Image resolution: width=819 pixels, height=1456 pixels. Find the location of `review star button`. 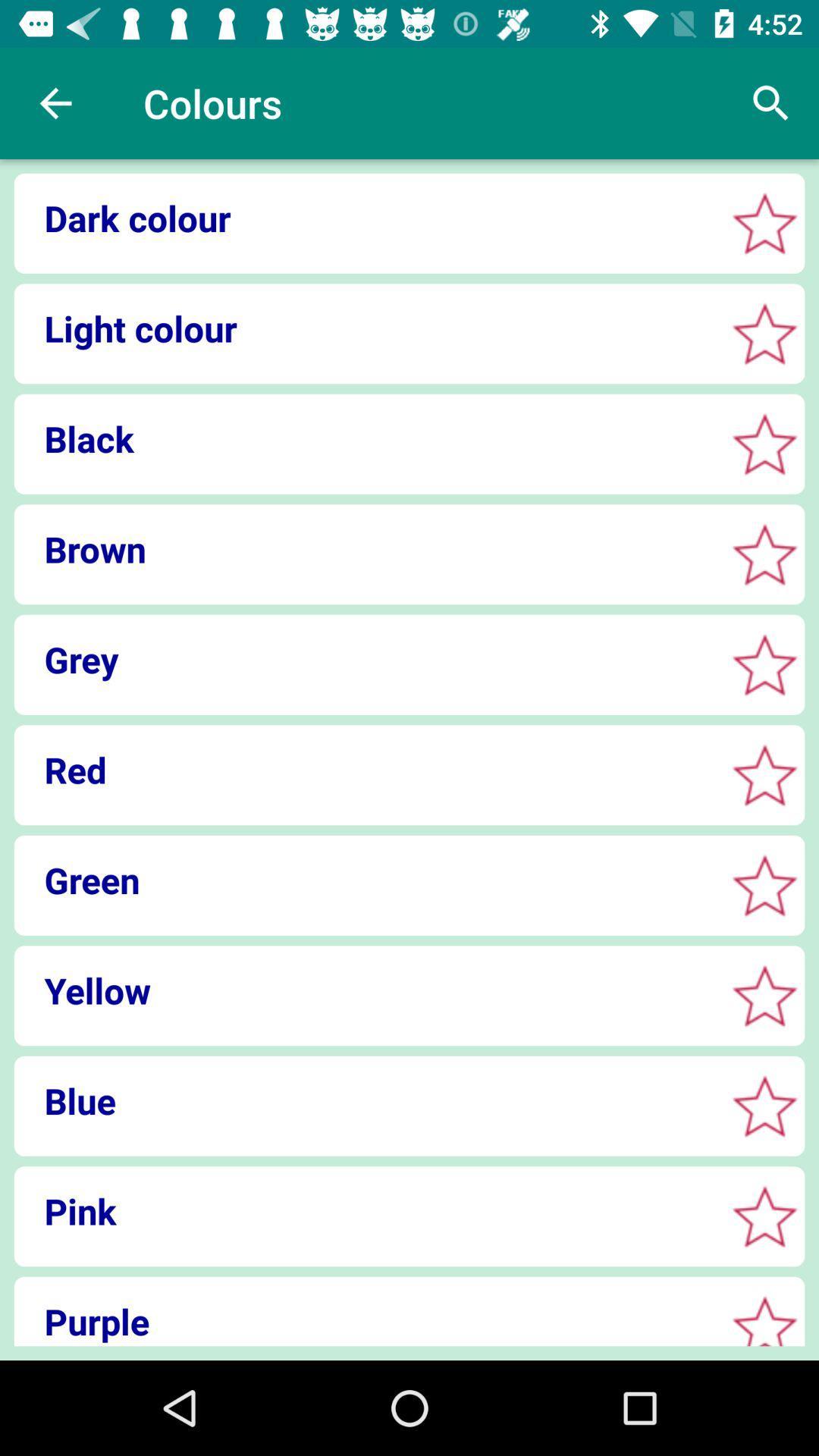

review star button is located at coordinates (764, 775).